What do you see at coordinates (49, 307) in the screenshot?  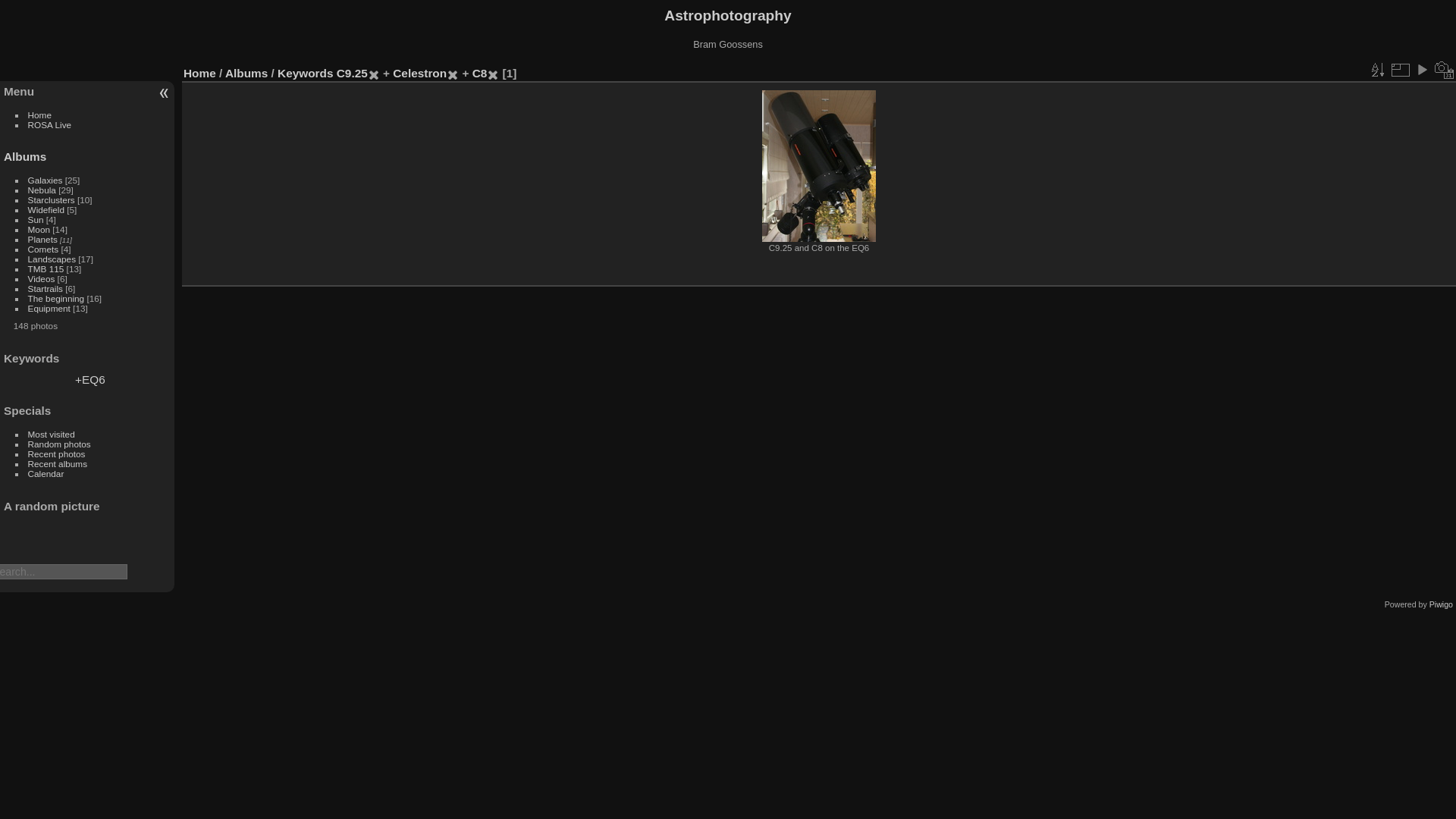 I see `'Equipment'` at bounding box center [49, 307].